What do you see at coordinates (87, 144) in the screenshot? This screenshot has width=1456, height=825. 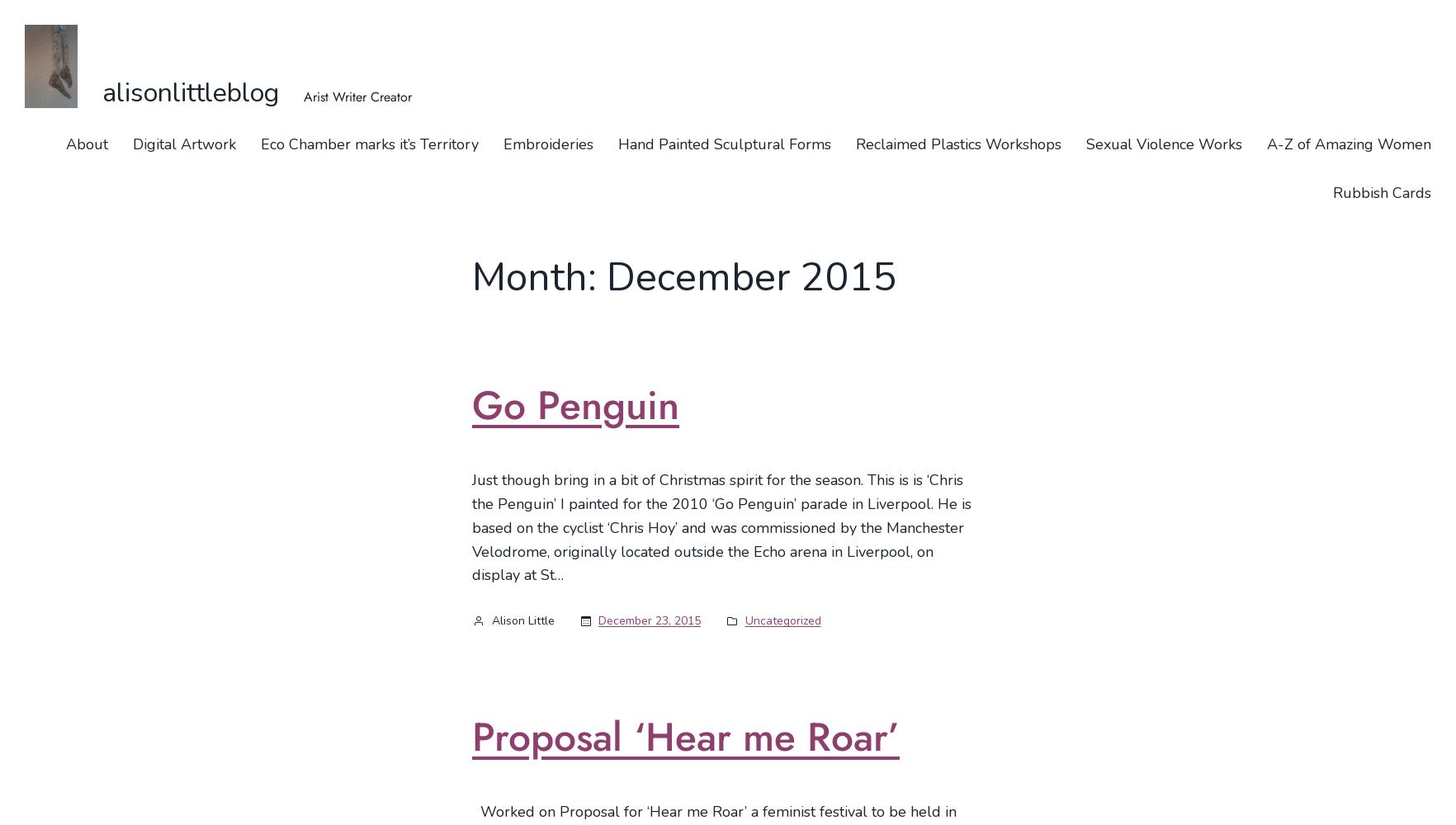 I see `'About'` at bounding box center [87, 144].